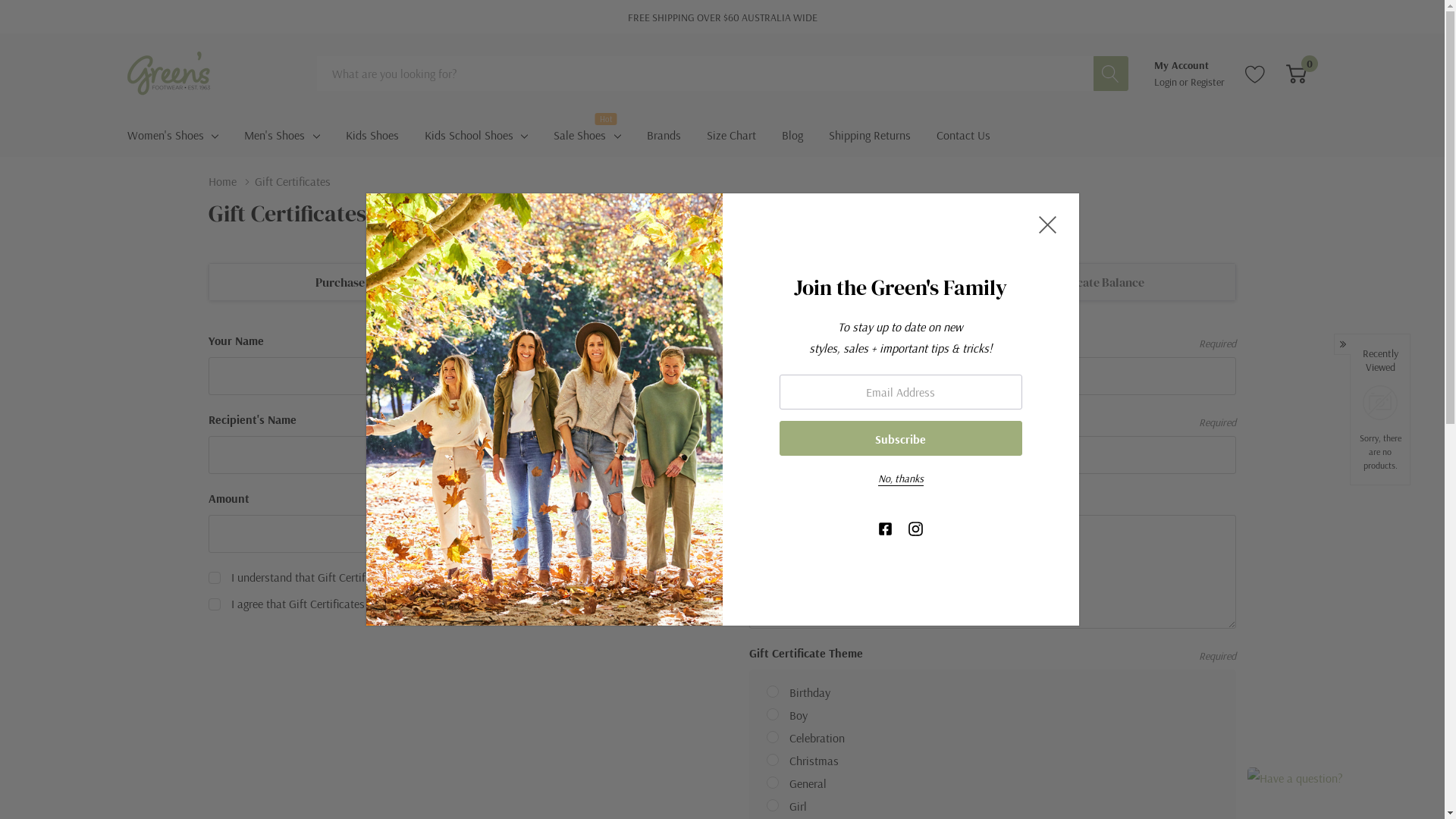 This screenshot has width=1456, height=819. Describe the element at coordinates (962, 133) in the screenshot. I see `'Contact Us'` at that location.